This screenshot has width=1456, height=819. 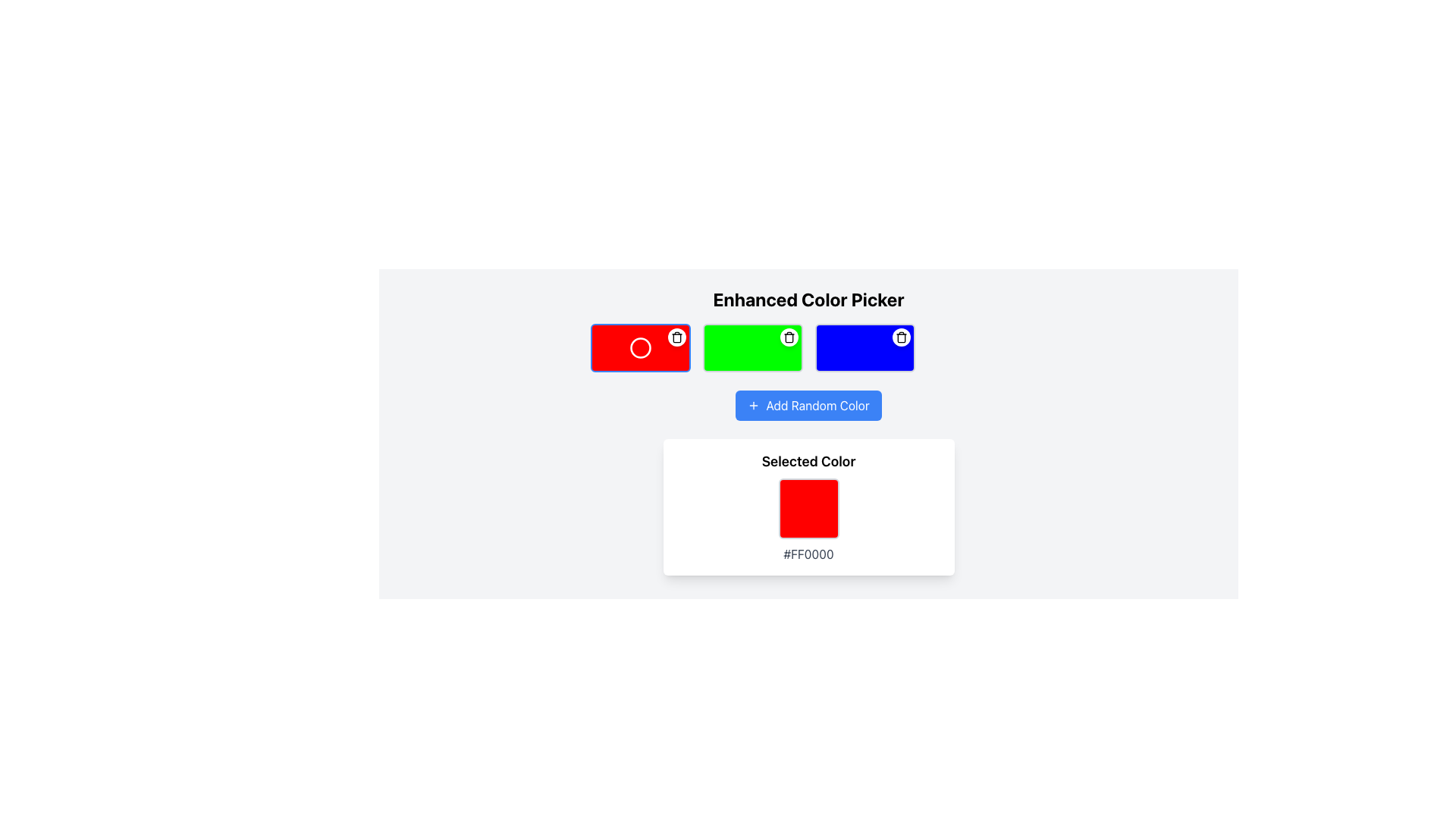 I want to click on the trash can icon located at the top-right corner of the color swatch, so click(x=676, y=336).